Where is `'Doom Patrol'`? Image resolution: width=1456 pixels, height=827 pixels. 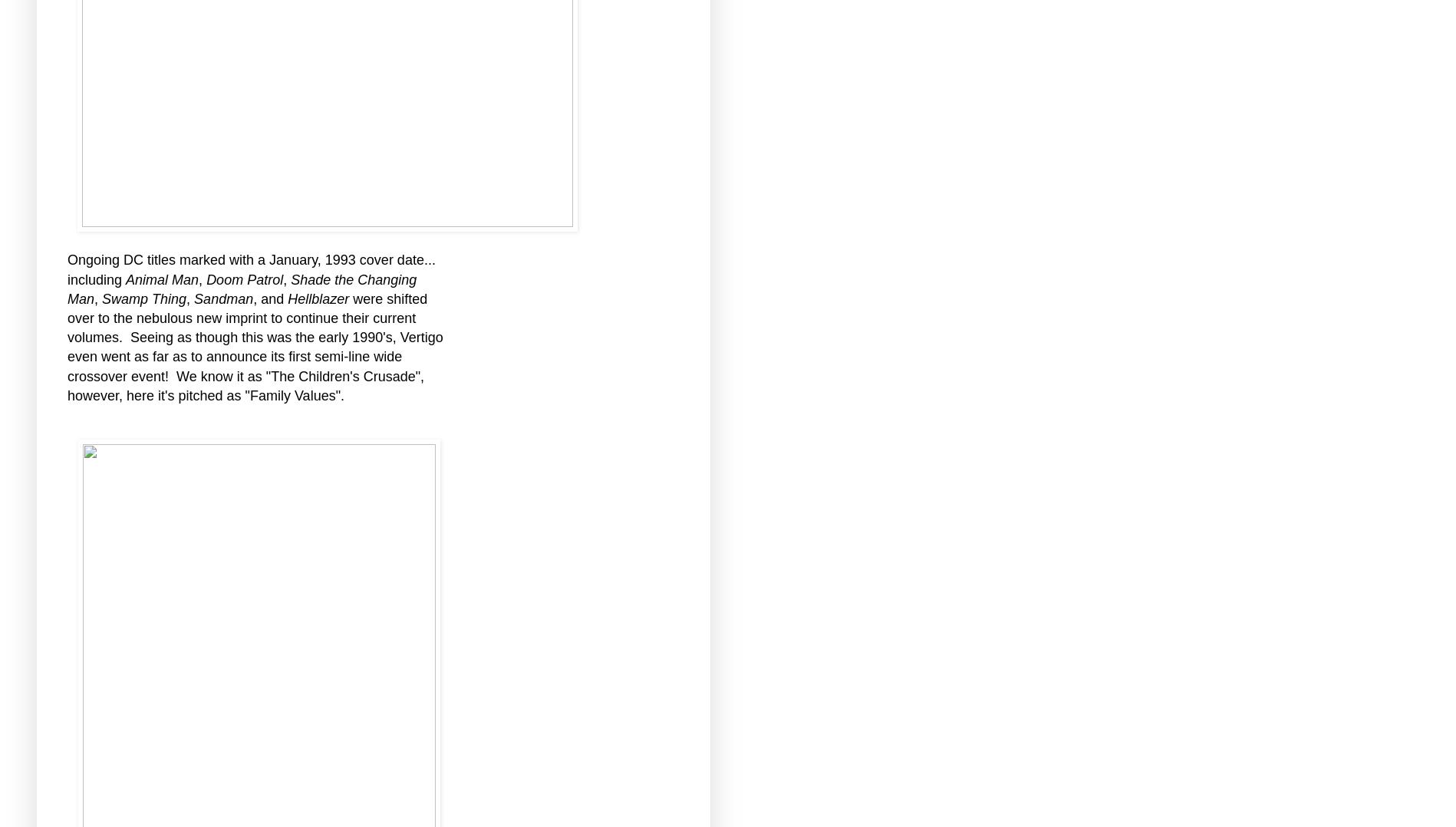 'Doom Patrol' is located at coordinates (245, 279).